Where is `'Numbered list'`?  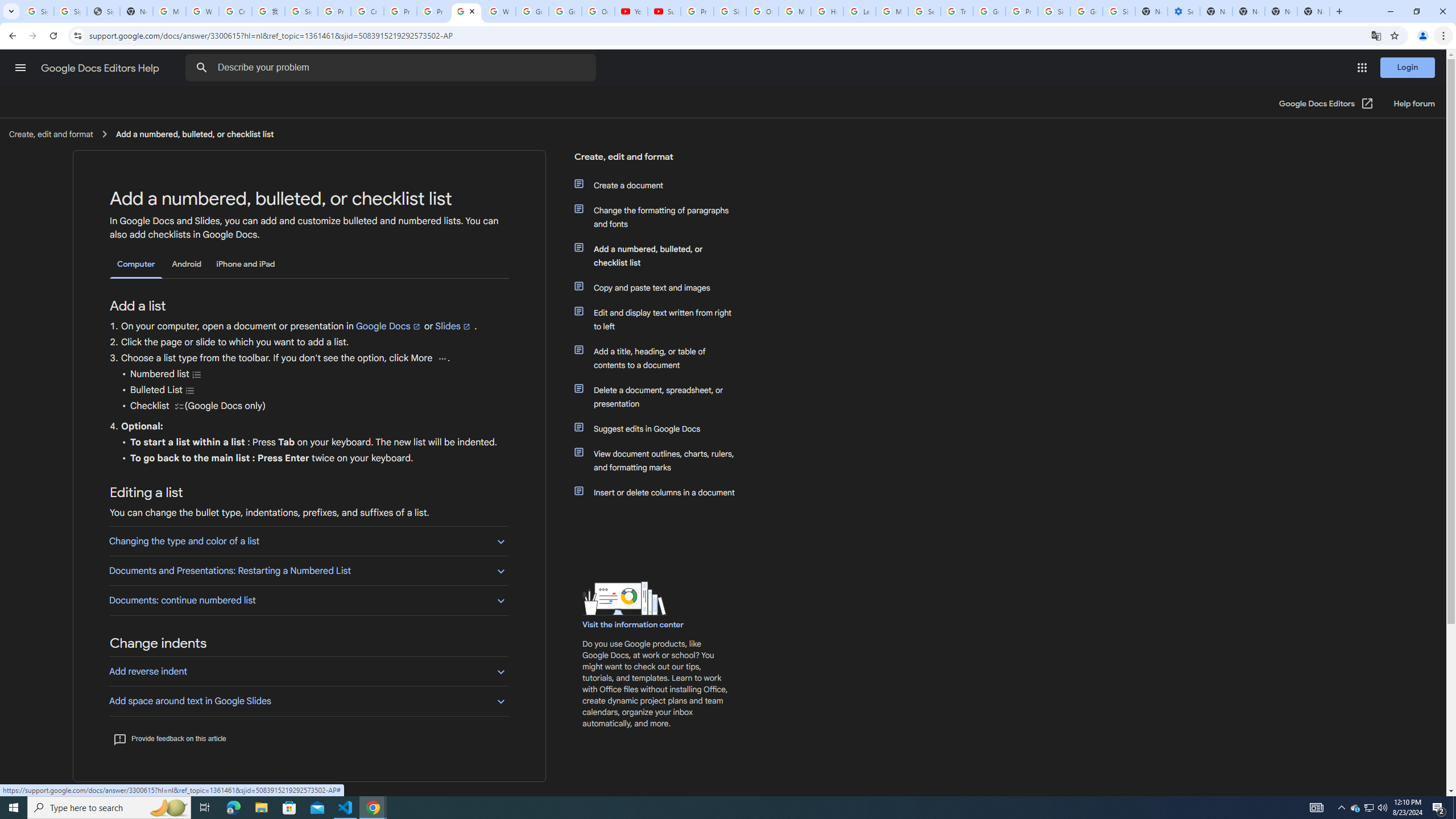
'Numbered list' is located at coordinates (197, 374).